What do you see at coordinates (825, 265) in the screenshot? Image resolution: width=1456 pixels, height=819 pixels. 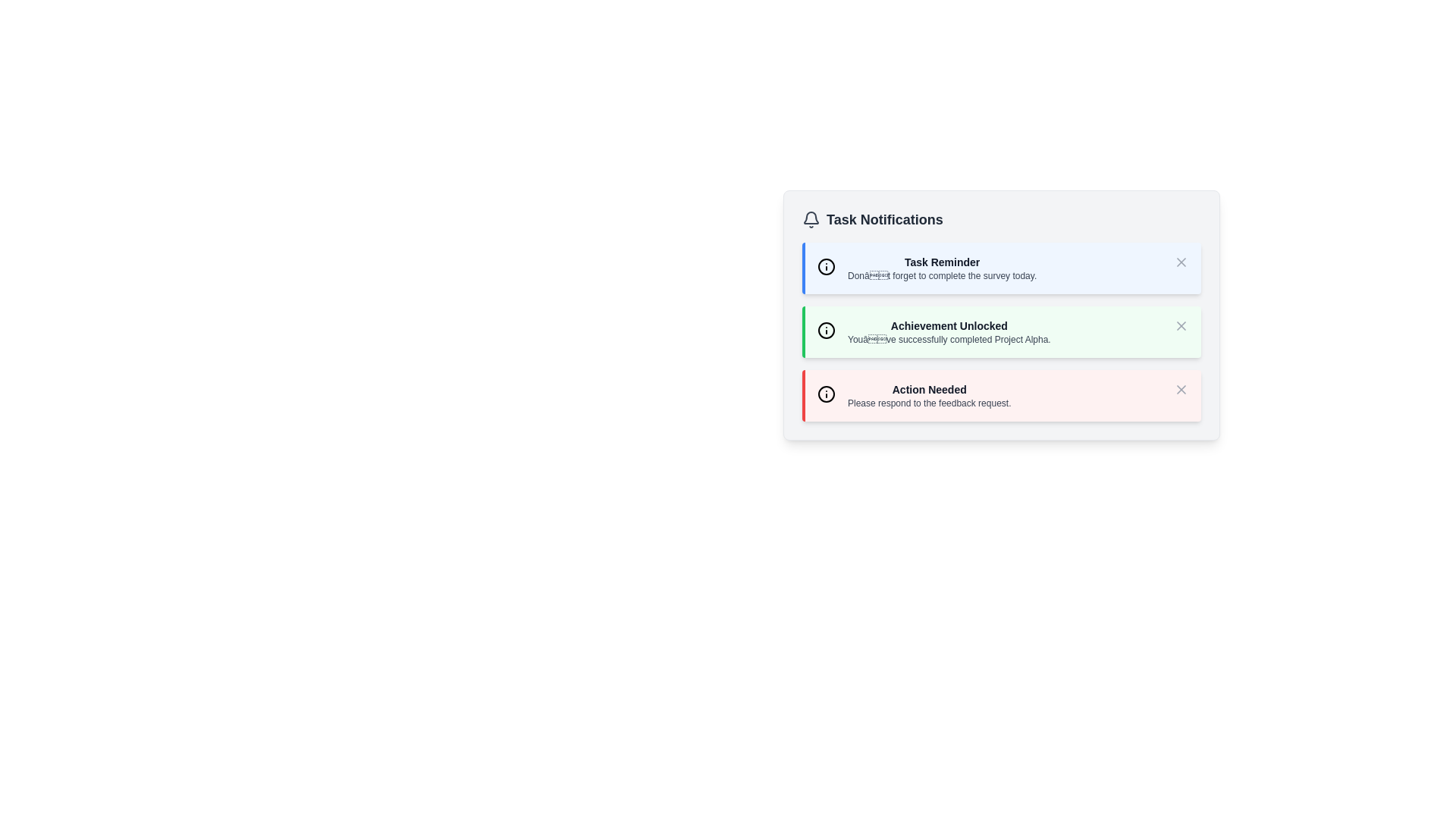 I see `the decorative icon in the 'Task Reminder' notification bar, which indicates the type of notification and is located at the top of the stacked list` at bounding box center [825, 265].